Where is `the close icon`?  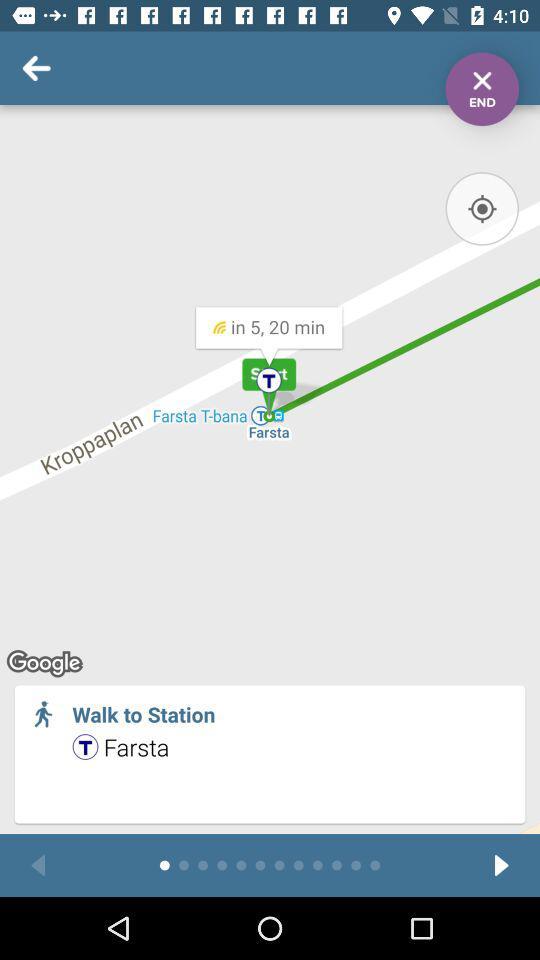 the close icon is located at coordinates (481, 89).